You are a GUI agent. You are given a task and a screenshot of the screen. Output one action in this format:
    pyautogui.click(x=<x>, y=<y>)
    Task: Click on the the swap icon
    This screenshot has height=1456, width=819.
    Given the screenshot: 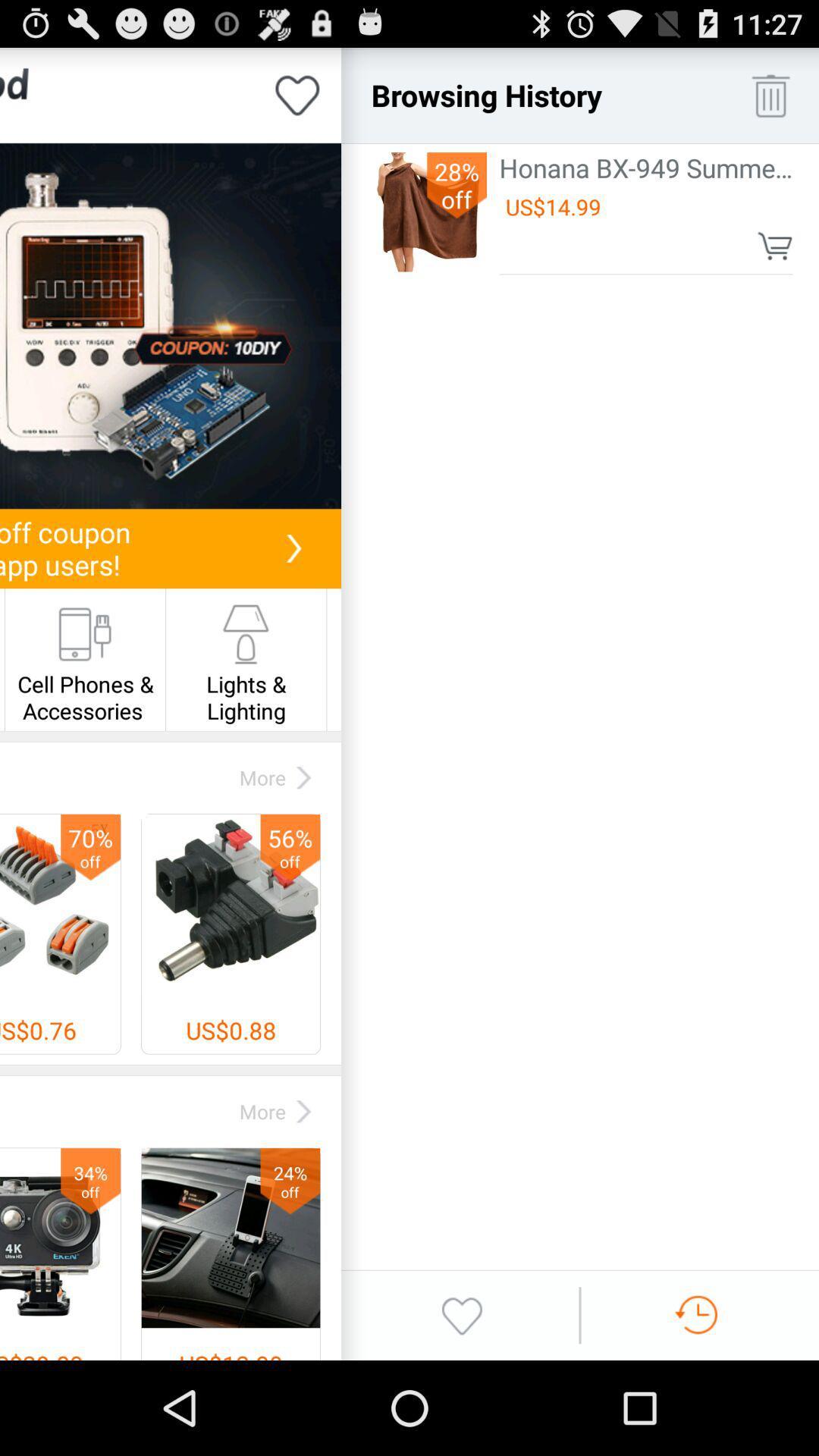 What is the action you would take?
    pyautogui.click(x=461, y=1407)
    